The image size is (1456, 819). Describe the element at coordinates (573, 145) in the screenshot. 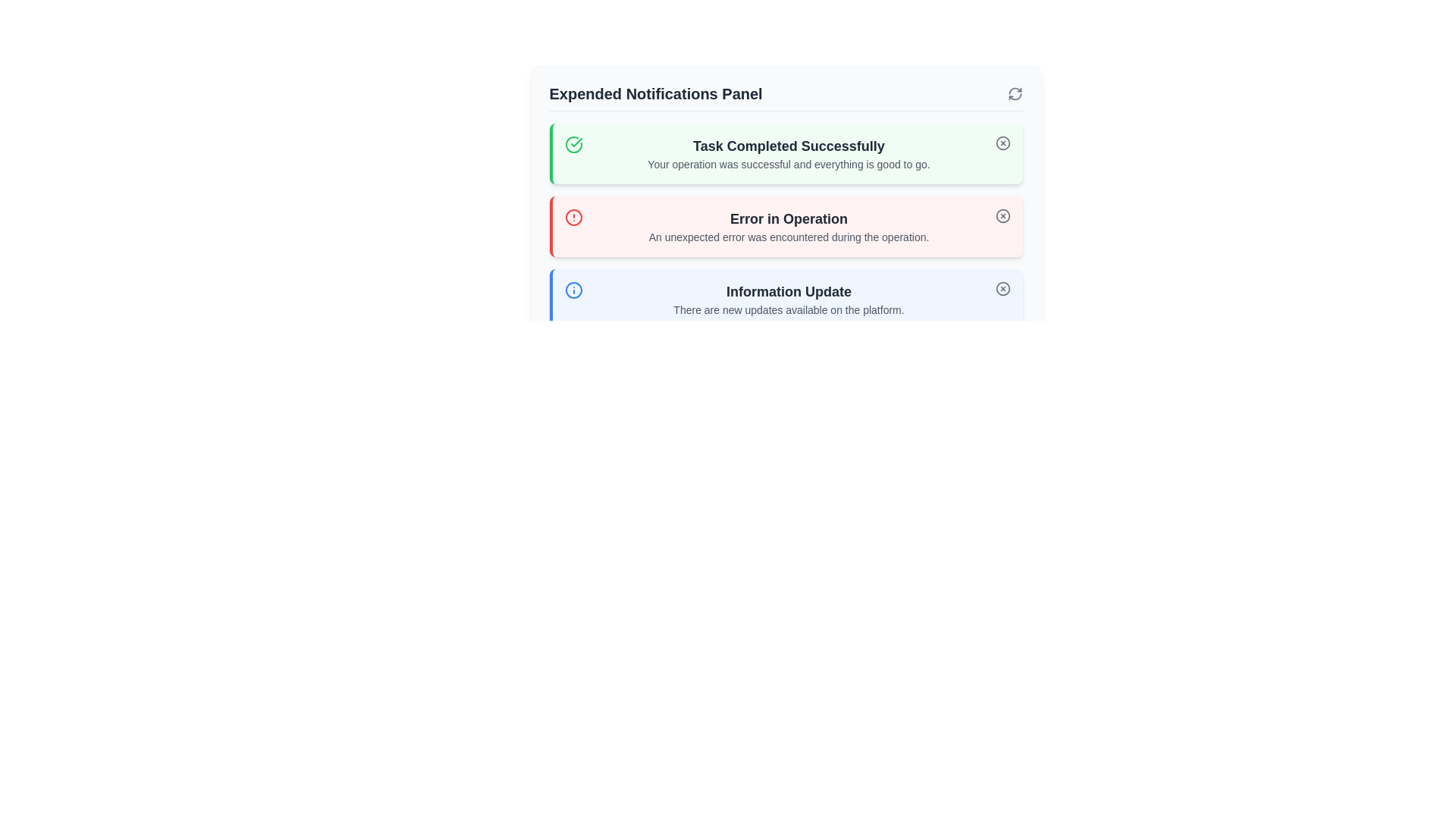

I see `the circular green checkmark icon representing a completed task, located at the top left corner of the notification card labeled 'Task Completed Successfully'` at that location.